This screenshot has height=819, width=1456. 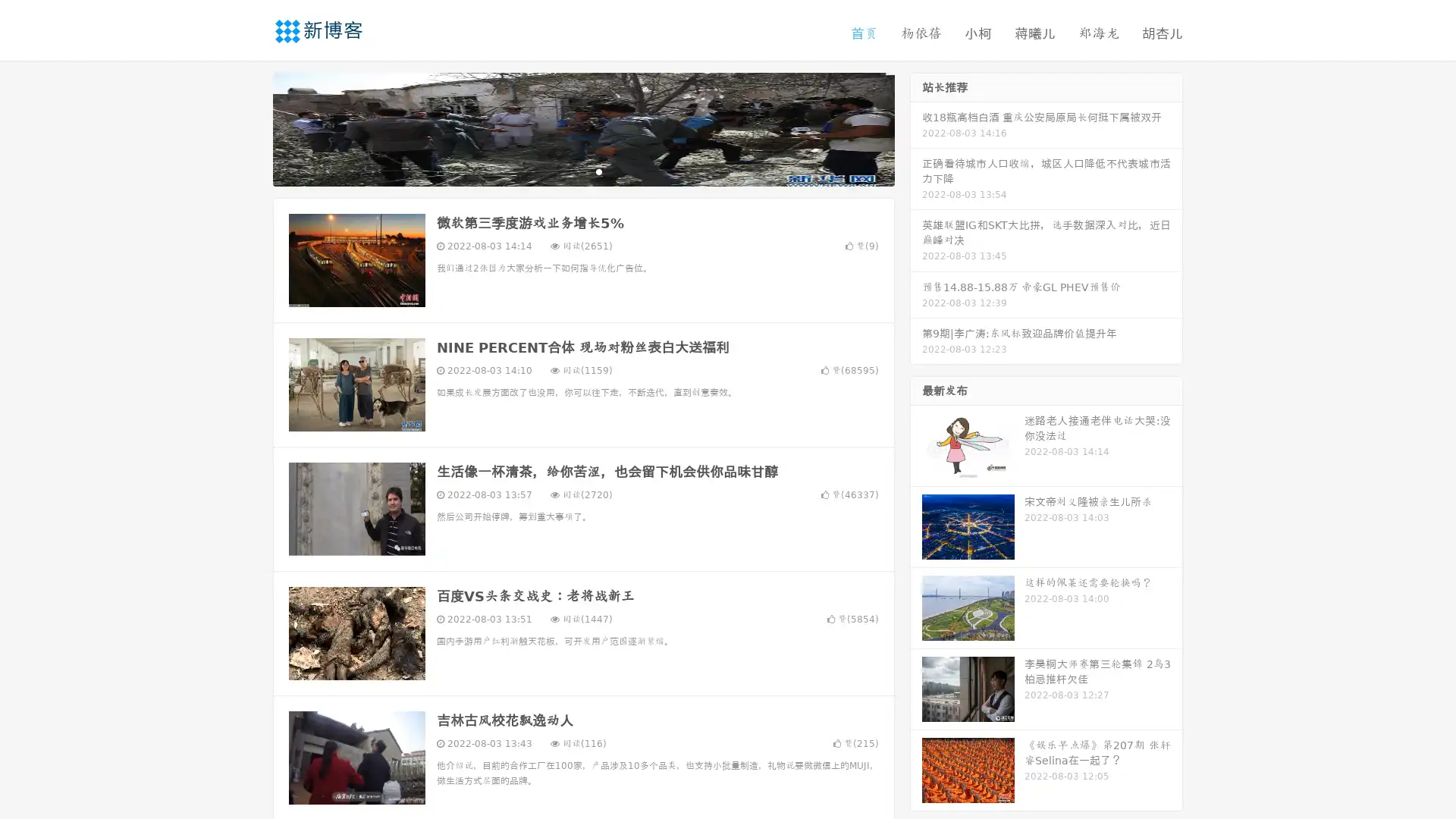 I want to click on Go to slide 1, so click(x=567, y=171).